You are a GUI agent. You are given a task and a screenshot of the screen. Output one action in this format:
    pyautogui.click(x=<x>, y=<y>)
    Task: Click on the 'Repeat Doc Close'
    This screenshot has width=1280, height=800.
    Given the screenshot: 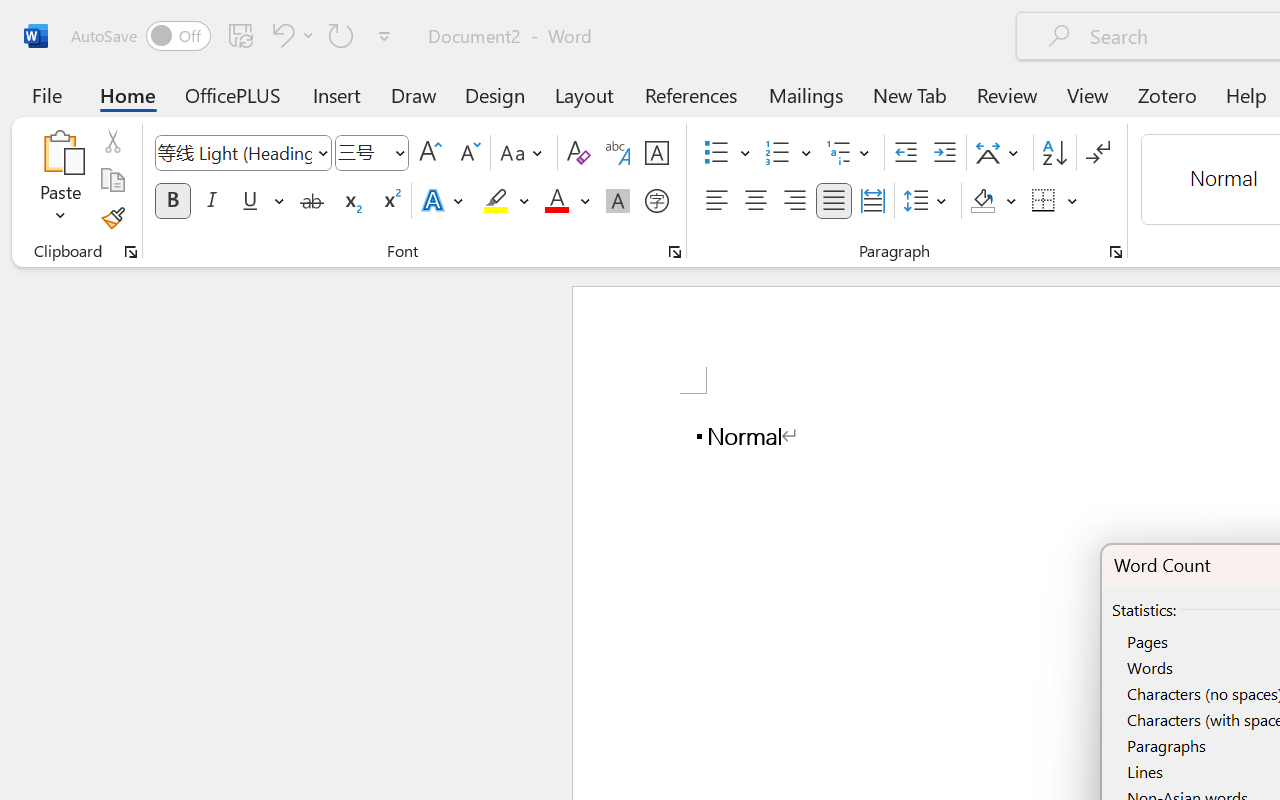 What is the action you would take?
    pyautogui.click(x=341, y=34)
    